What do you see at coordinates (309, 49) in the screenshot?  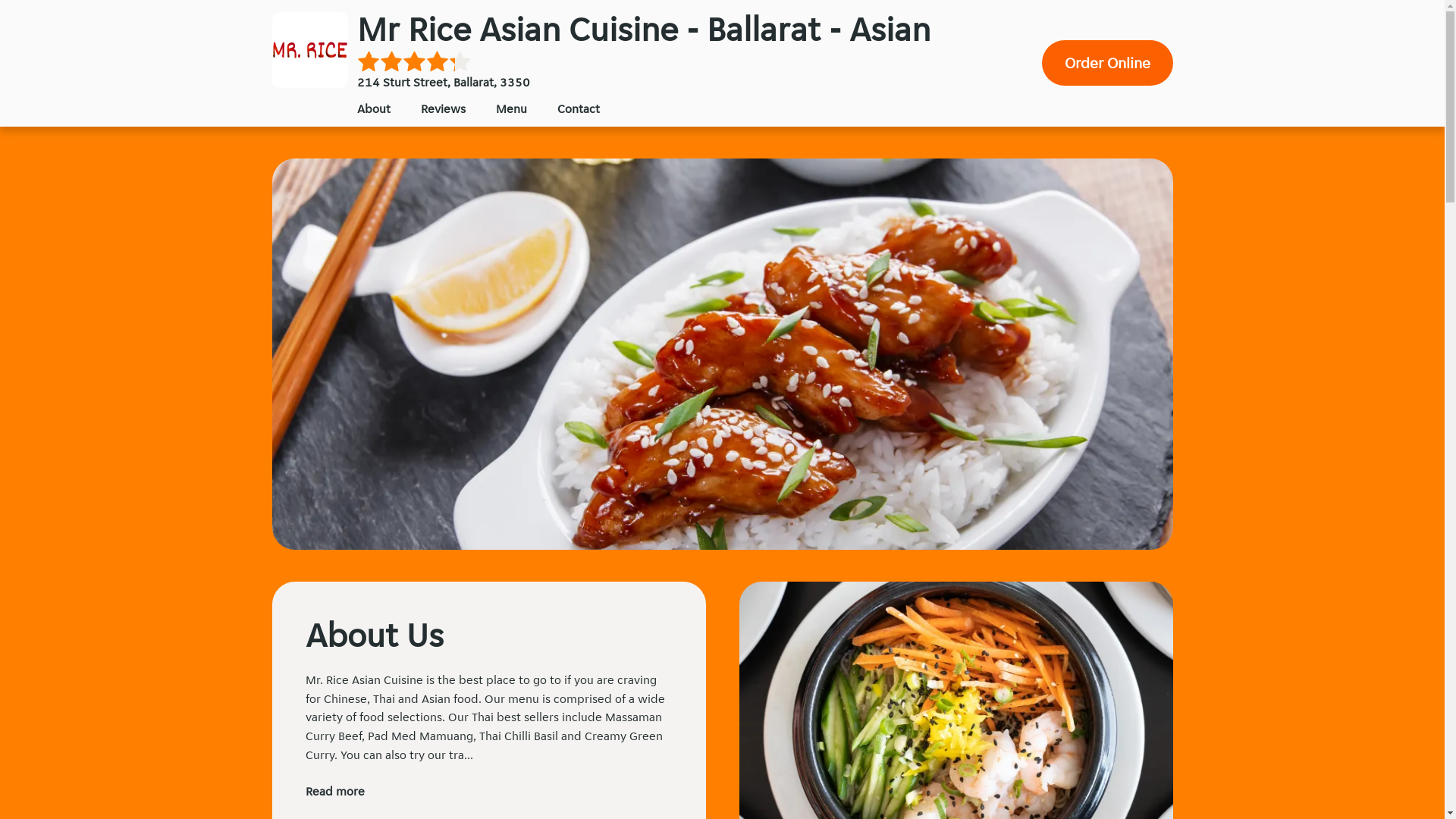 I see `'Mr Rice Asian Cuisine - Ballarat'` at bounding box center [309, 49].